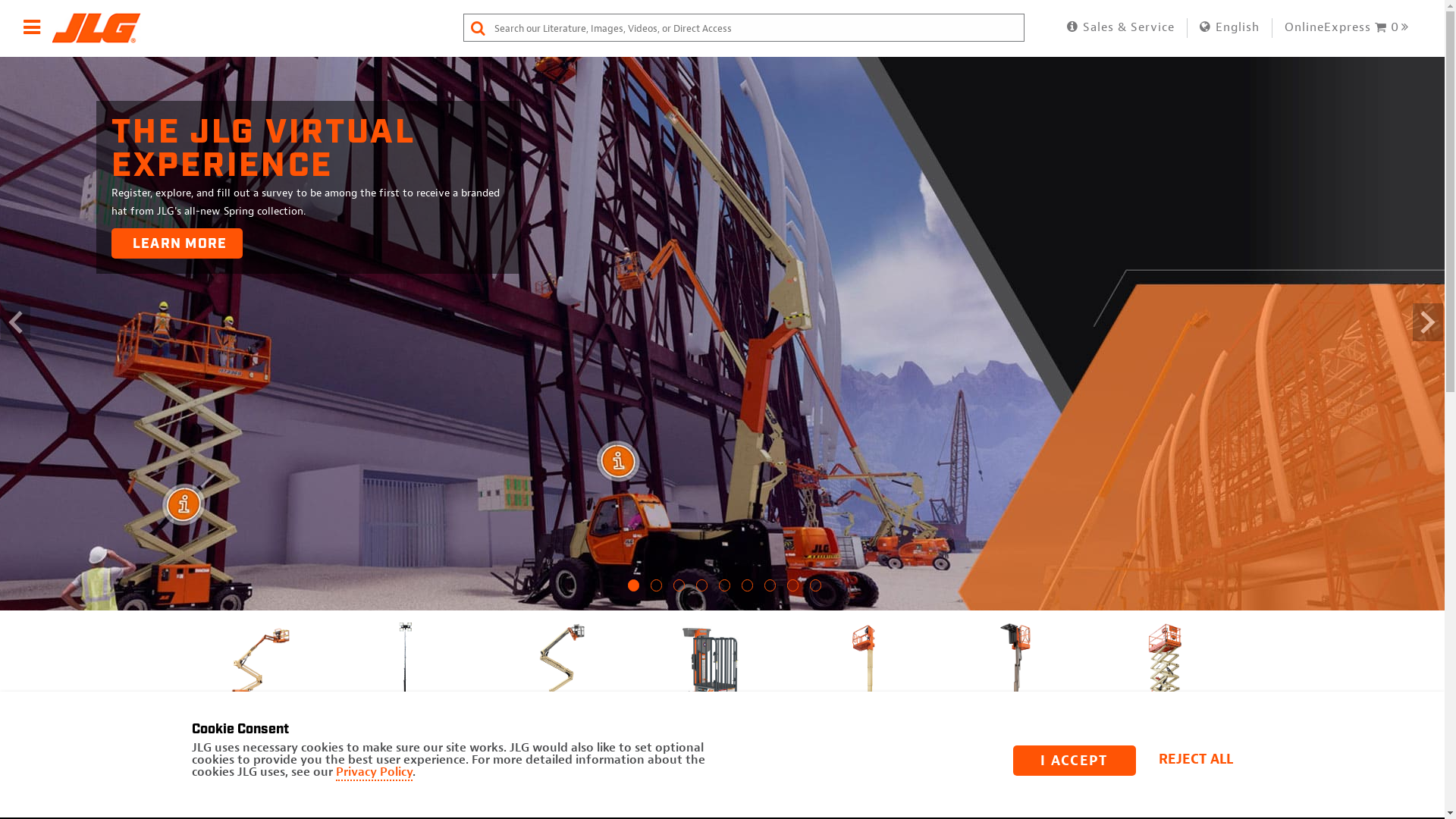  I want to click on 'Trailers', so click(1316, 674).